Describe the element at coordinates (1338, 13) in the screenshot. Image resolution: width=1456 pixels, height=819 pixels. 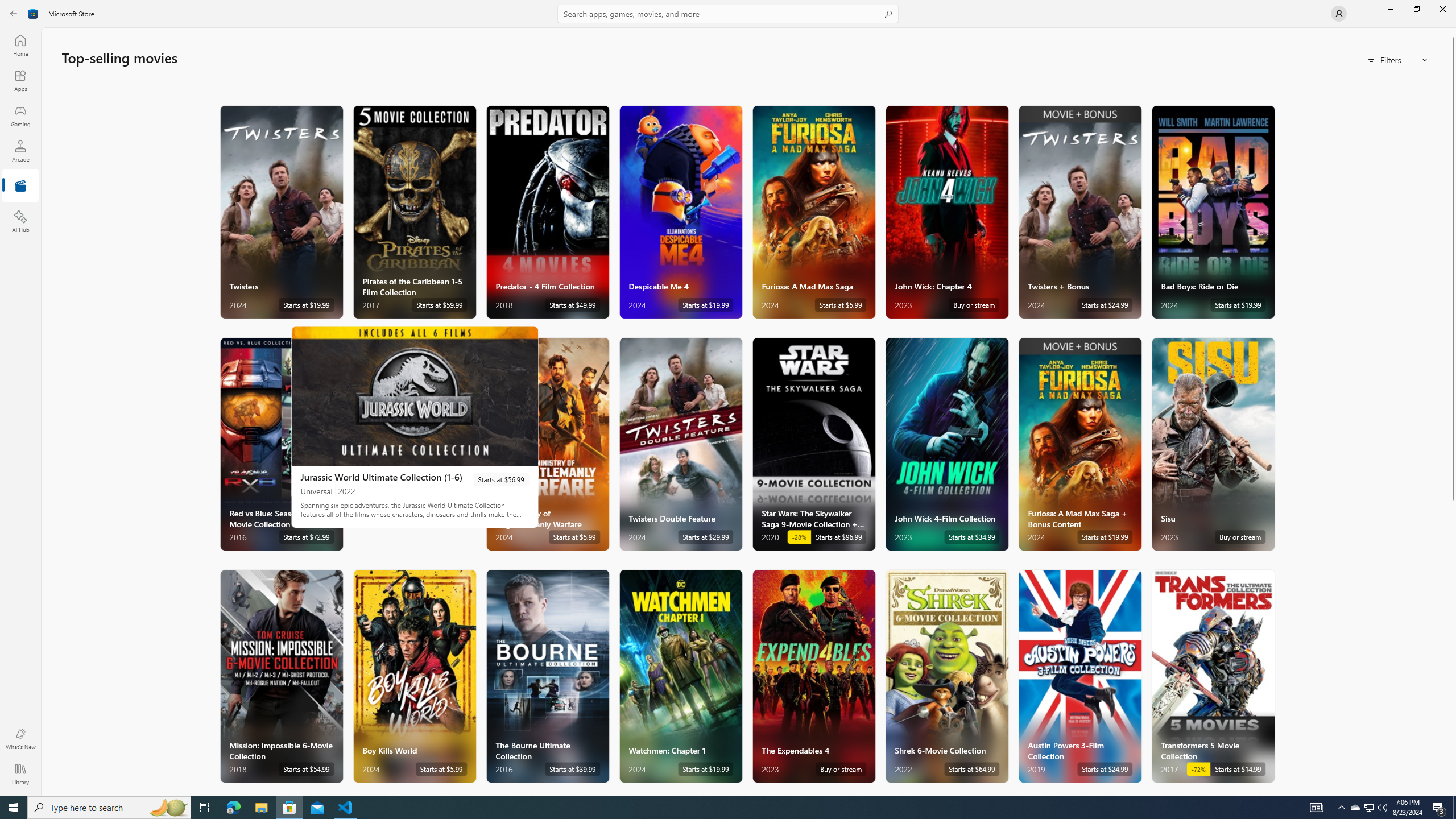
I see `'User profile'` at that location.